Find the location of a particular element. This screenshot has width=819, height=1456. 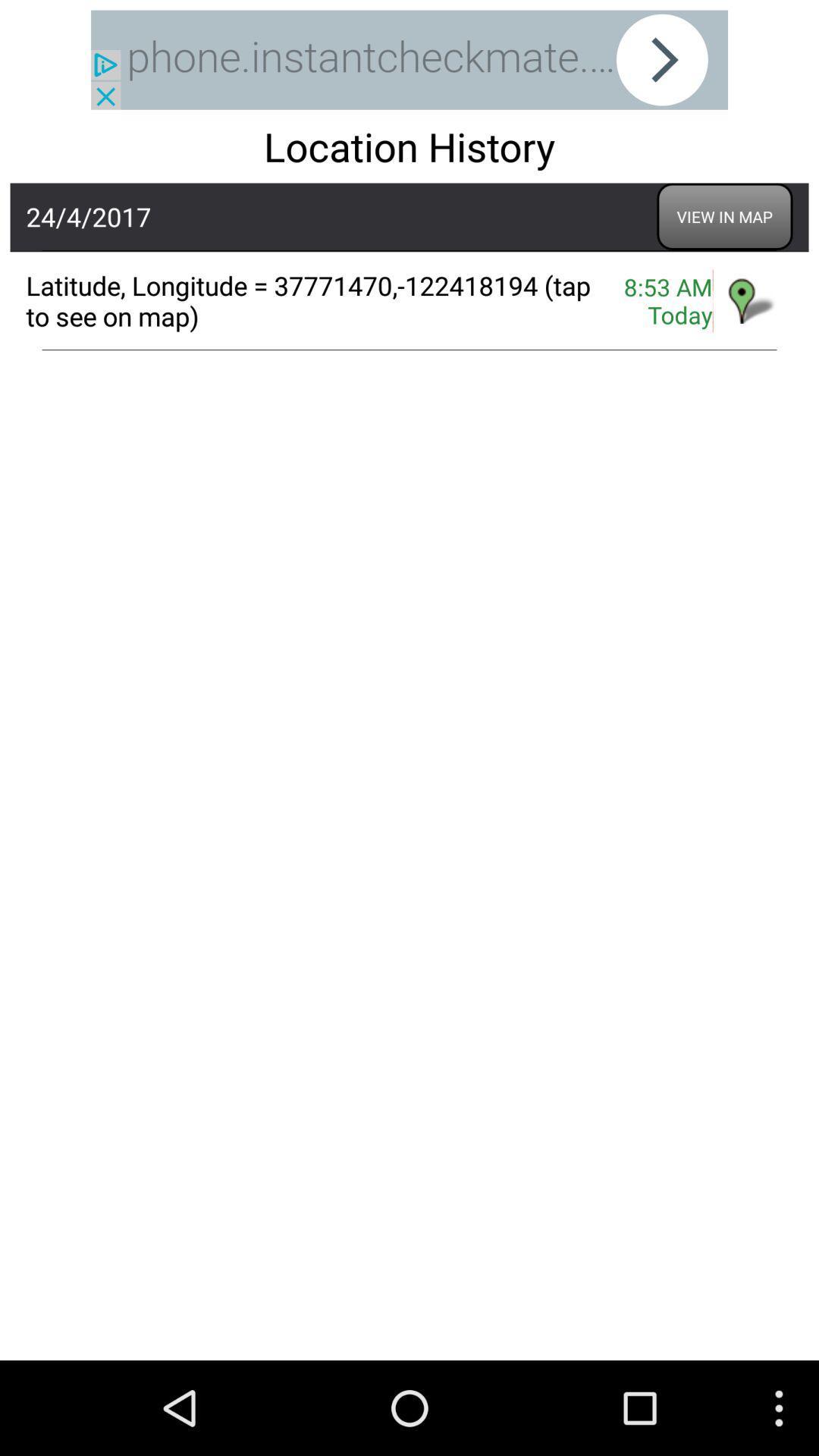

visit advertised site is located at coordinates (409, 60).